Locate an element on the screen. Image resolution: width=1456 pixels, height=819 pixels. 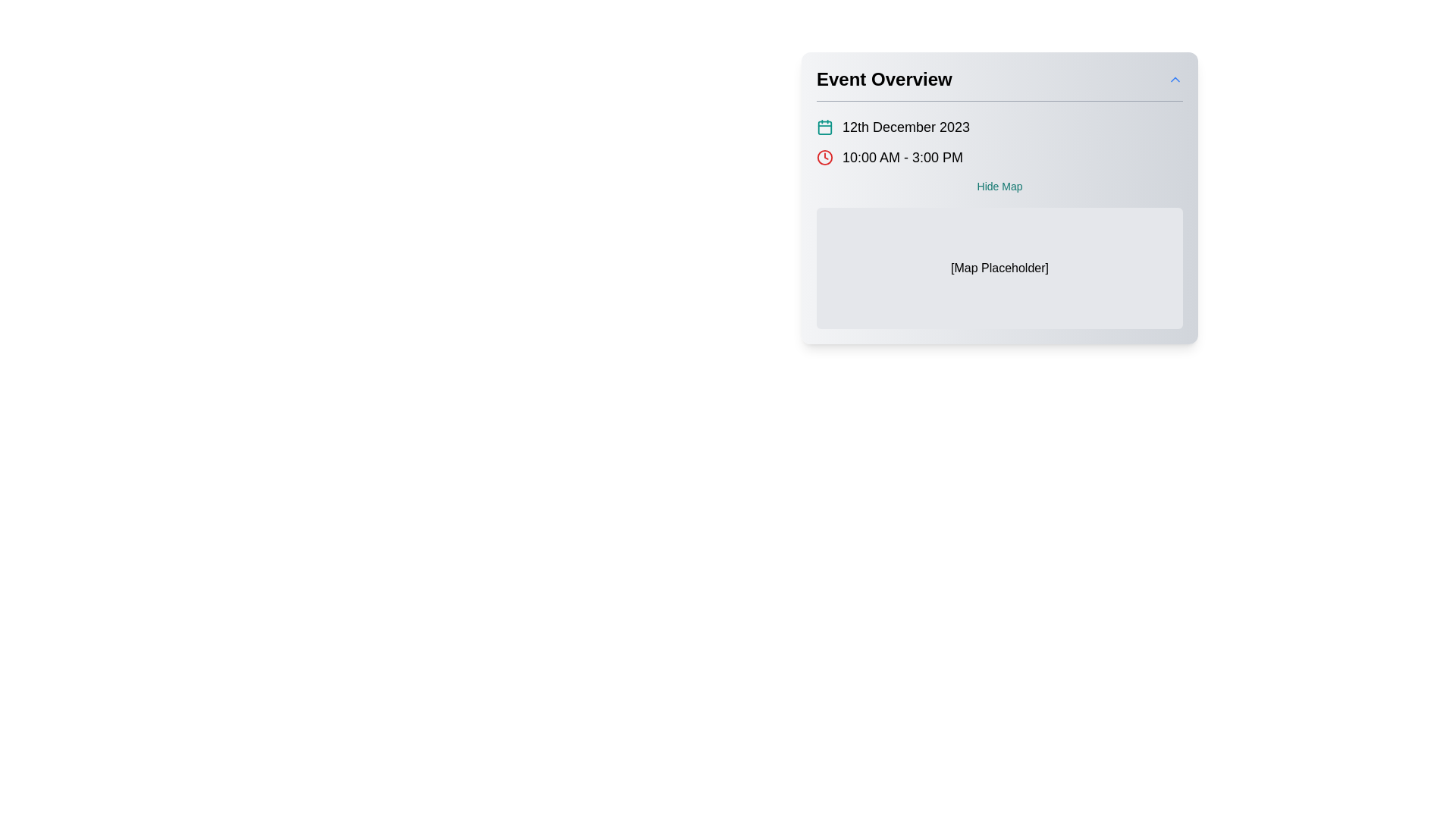
the text label indicating the specific date of the event located in the top section of the event detail card, positioned immediately to the right of the calendar icon is located at coordinates (906, 127).